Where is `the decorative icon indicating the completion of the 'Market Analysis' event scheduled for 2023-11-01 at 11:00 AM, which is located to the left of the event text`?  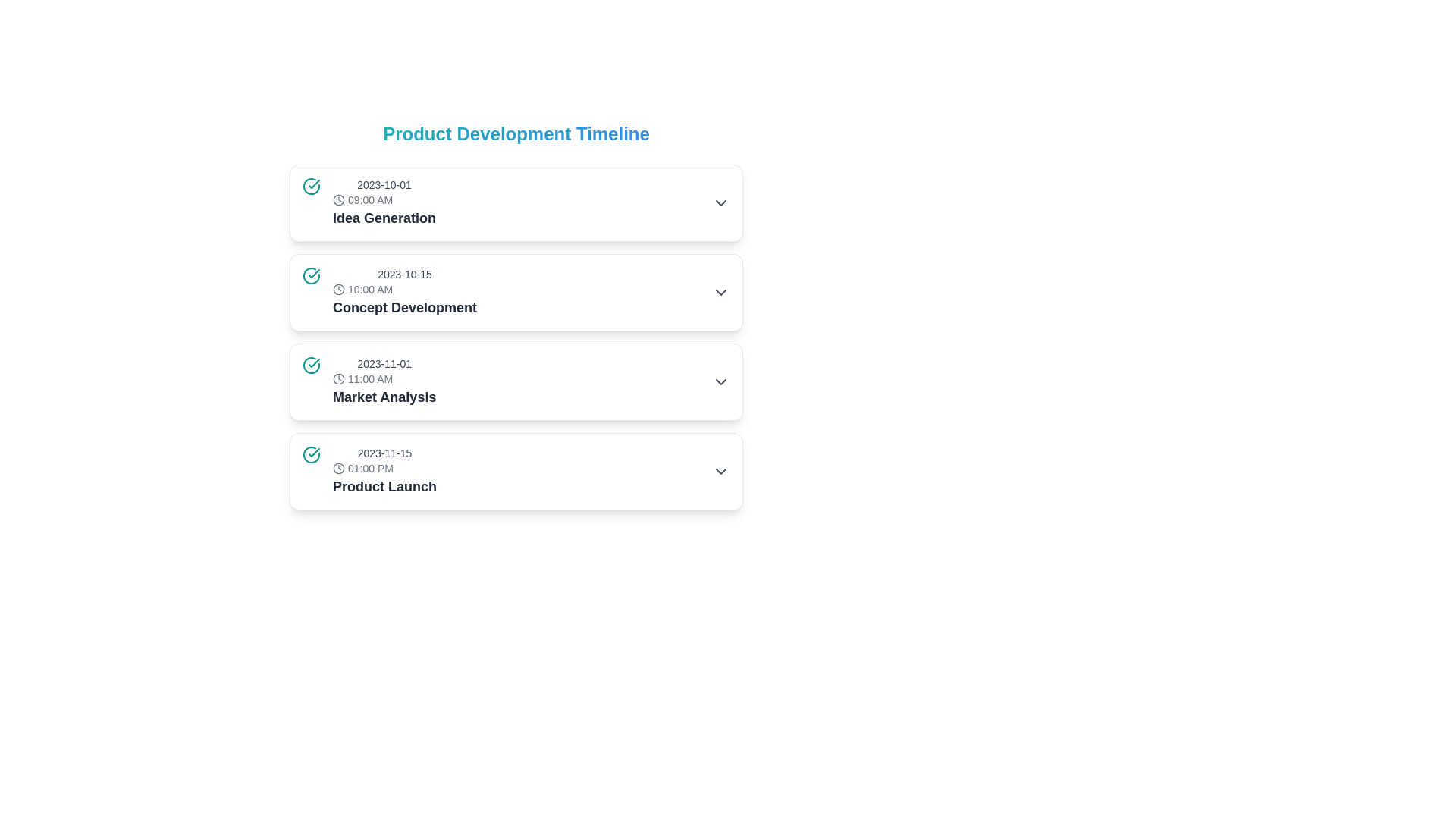
the decorative icon indicating the completion of the 'Market Analysis' event scheduled for 2023-11-01 at 11:00 AM, which is located to the left of the event text is located at coordinates (311, 366).